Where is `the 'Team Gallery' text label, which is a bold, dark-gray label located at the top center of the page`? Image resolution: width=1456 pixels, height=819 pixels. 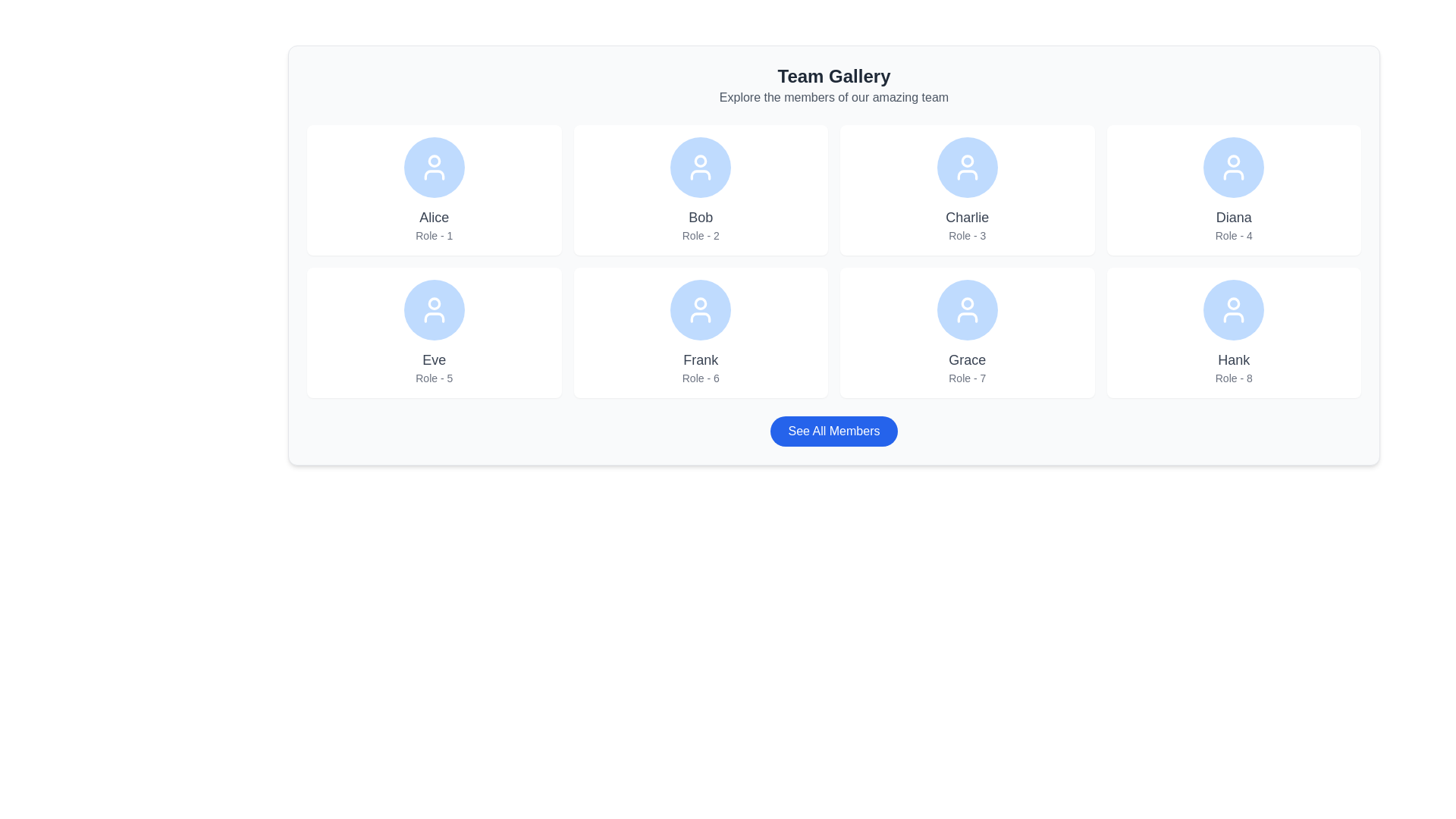 the 'Team Gallery' text label, which is a bold, dark-gray label located at the top center of the page is located at coordinates (833, 76).